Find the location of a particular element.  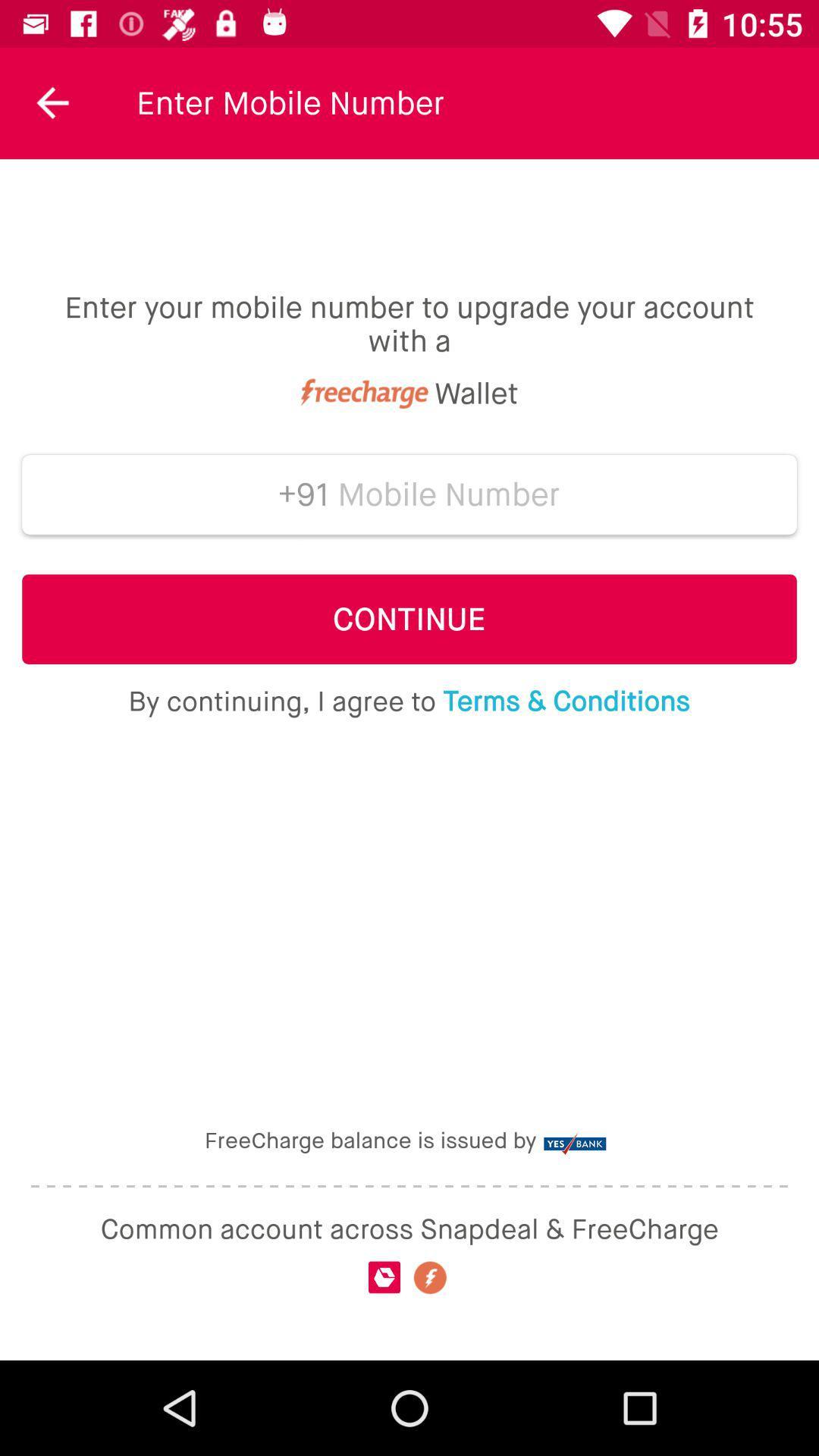

the item above continue is located at coordinates (448, 494).